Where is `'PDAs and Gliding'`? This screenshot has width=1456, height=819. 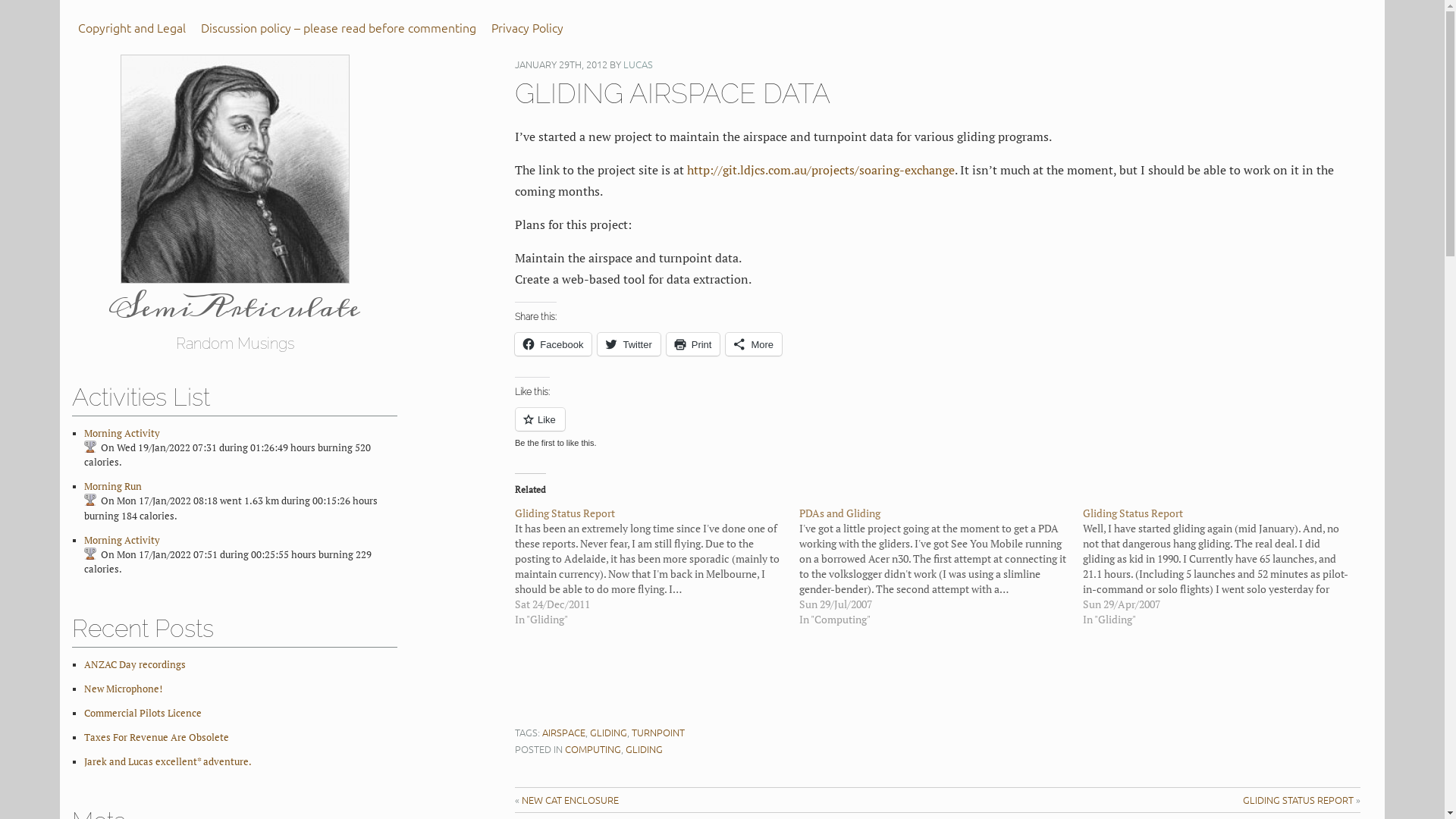
'PDAs and Gliding' is located at coordinates (839, 512).